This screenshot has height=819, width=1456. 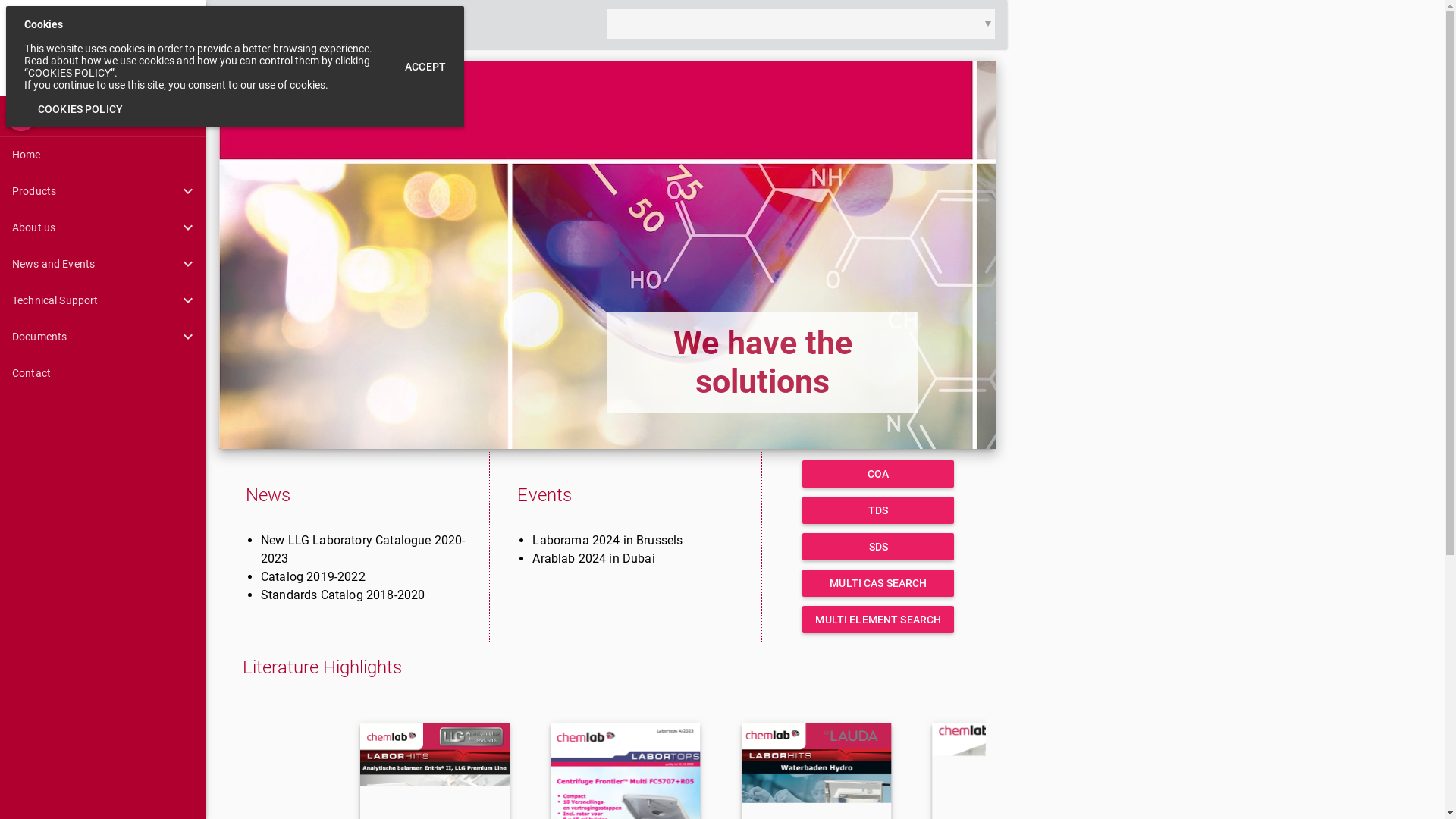 What do you see at coordinates (877, 620) in the screenshot?
I see `'MULTI ELEMENT SEARCH'` at bounding box center [877, 620].